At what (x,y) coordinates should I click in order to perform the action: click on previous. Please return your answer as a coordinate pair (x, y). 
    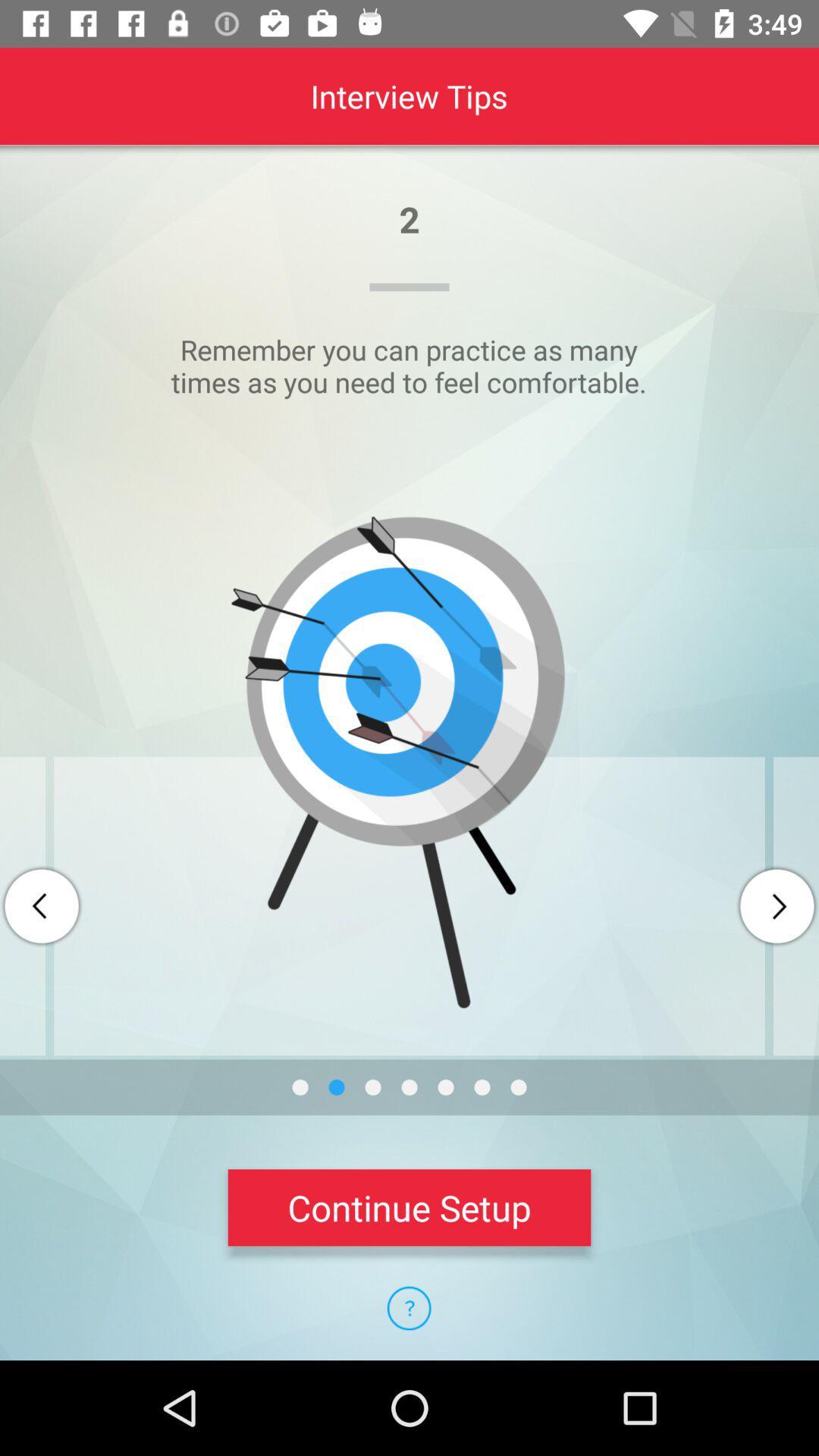
    Looking at the image, I should click on (41, 906).